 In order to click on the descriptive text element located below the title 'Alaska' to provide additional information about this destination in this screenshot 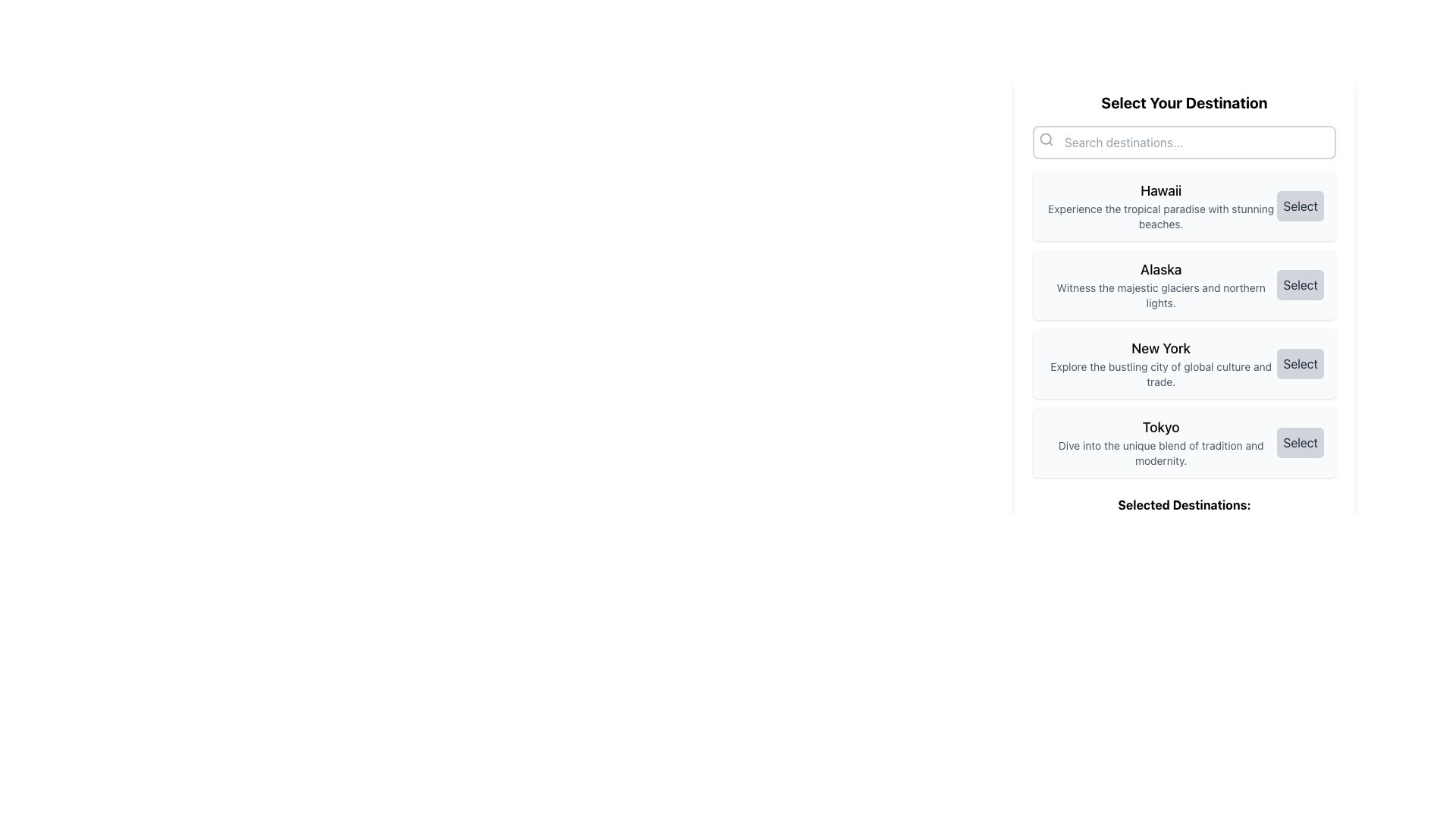, I will do `click(1160, 295)`.